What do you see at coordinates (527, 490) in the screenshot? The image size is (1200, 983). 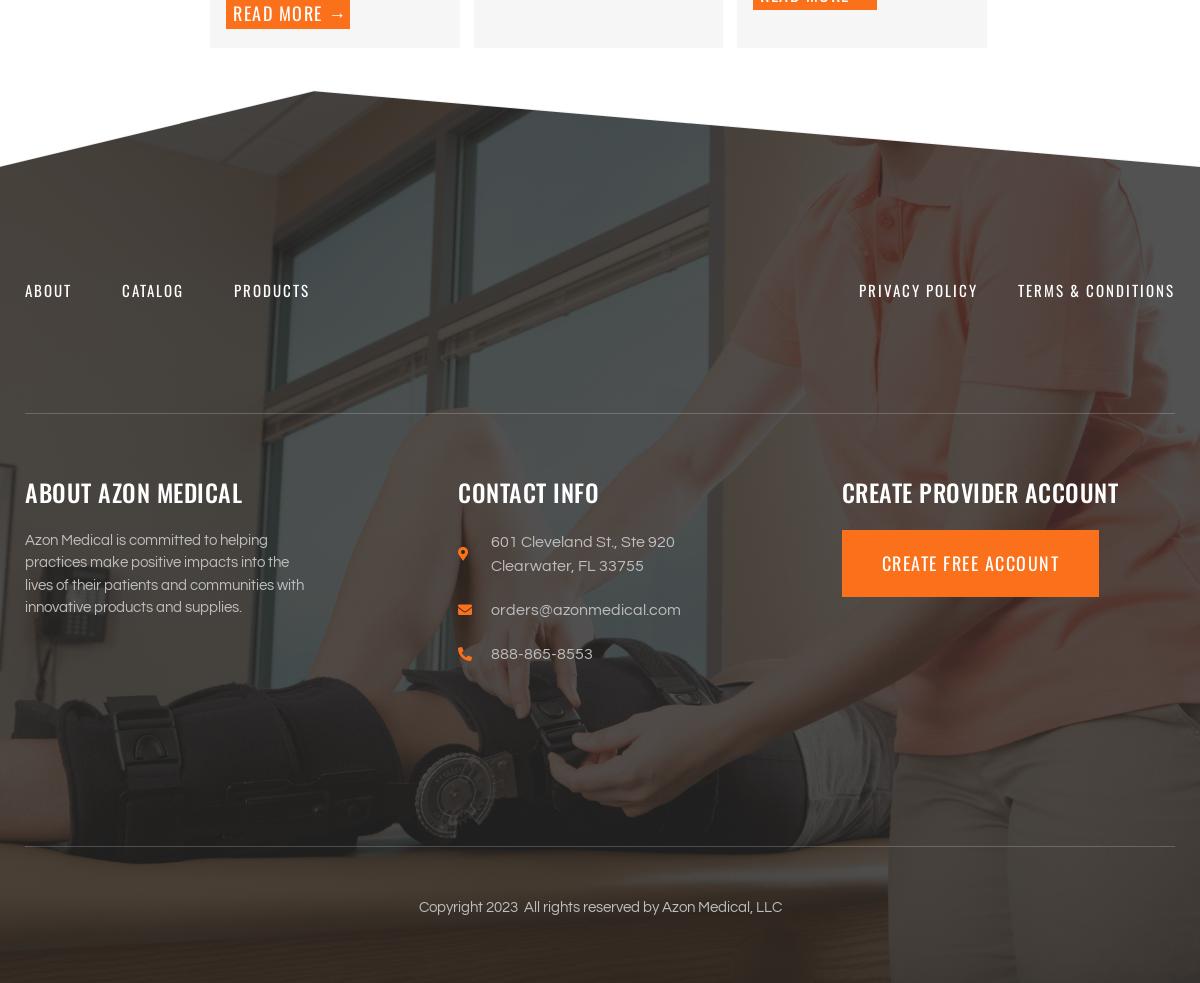 I see `'Contact Info'` at bounding box center [527, 490].